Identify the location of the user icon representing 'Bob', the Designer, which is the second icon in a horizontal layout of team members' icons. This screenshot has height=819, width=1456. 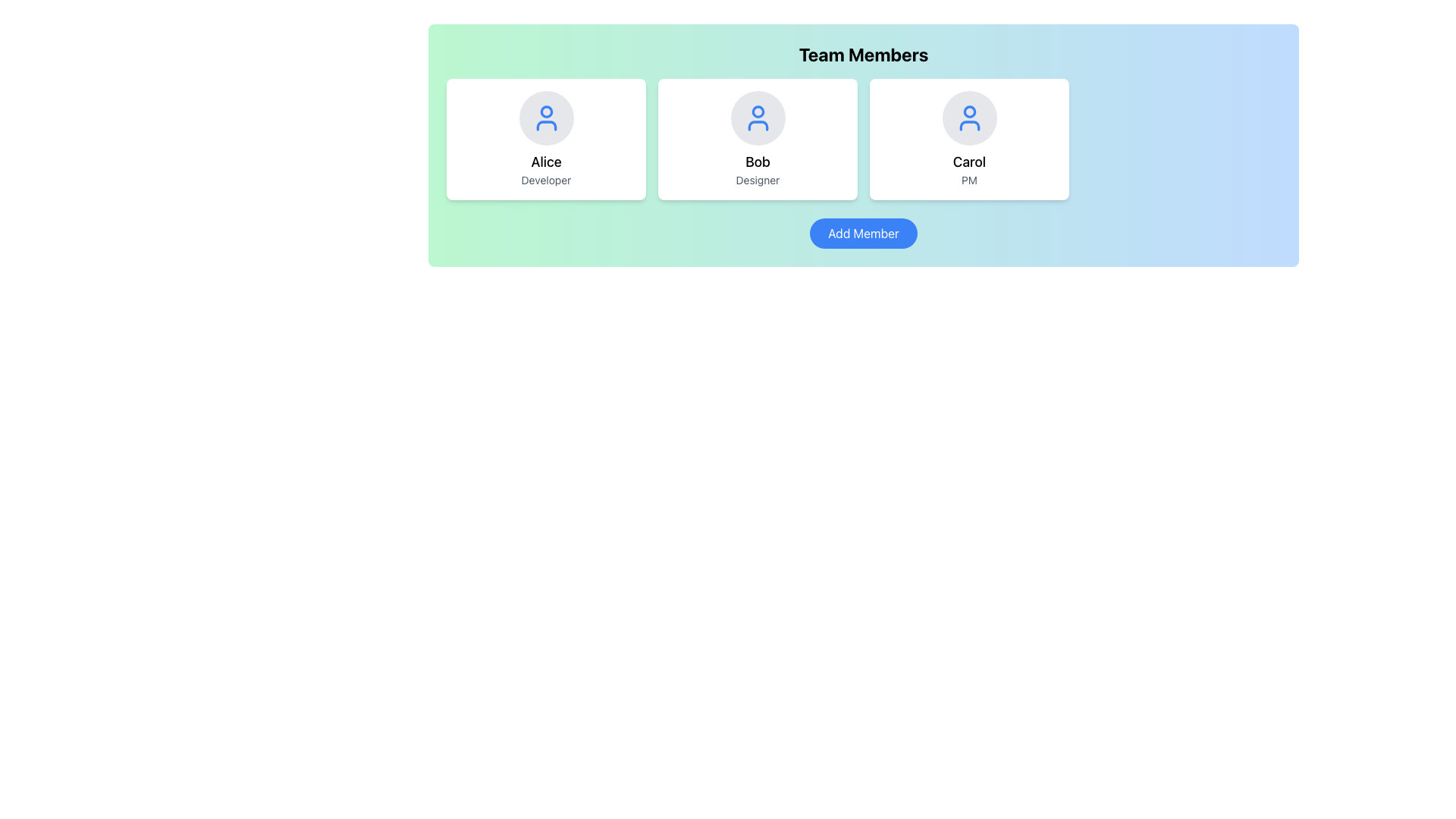
(758, 117).